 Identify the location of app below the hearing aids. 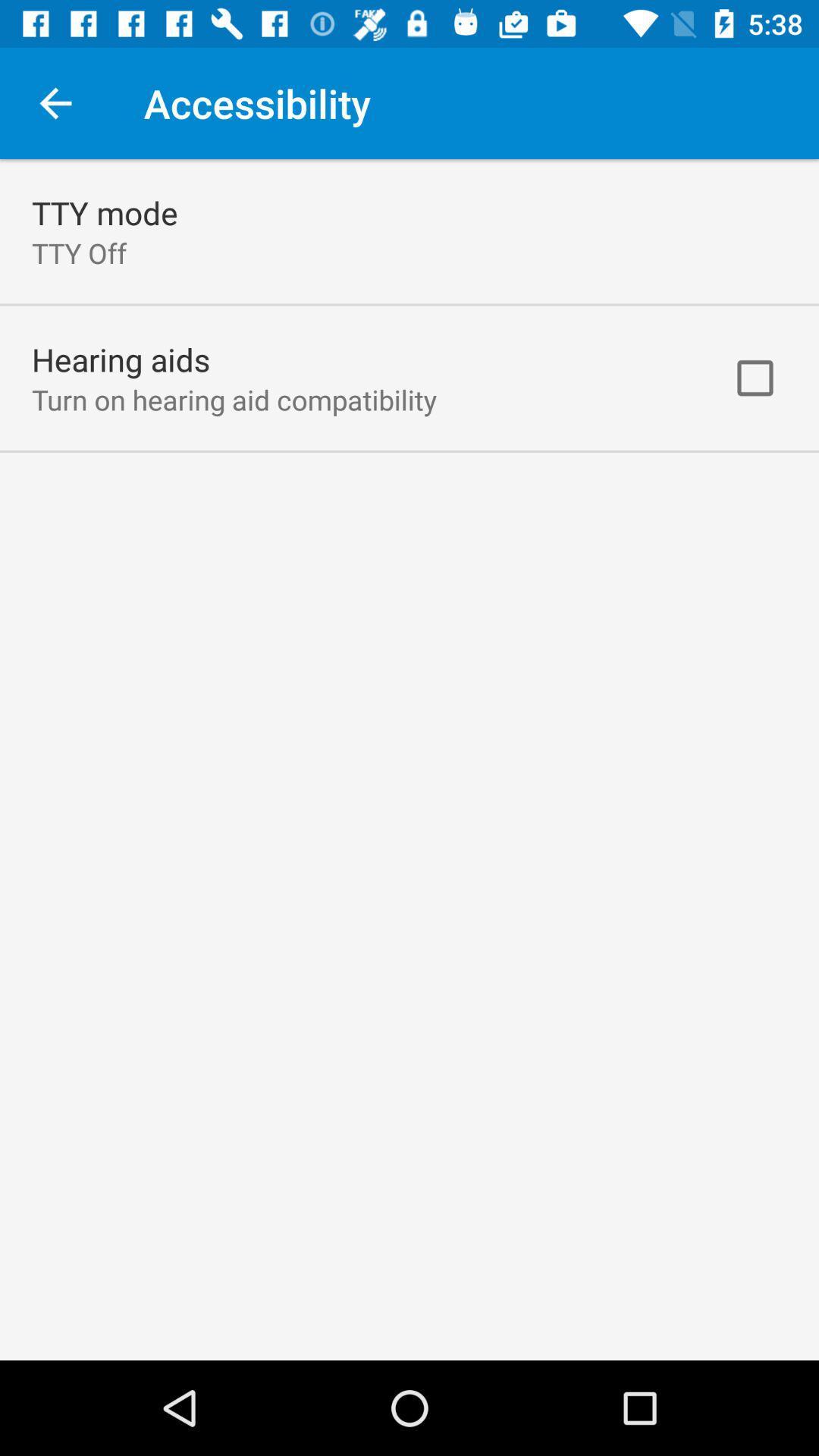
(234, 400).